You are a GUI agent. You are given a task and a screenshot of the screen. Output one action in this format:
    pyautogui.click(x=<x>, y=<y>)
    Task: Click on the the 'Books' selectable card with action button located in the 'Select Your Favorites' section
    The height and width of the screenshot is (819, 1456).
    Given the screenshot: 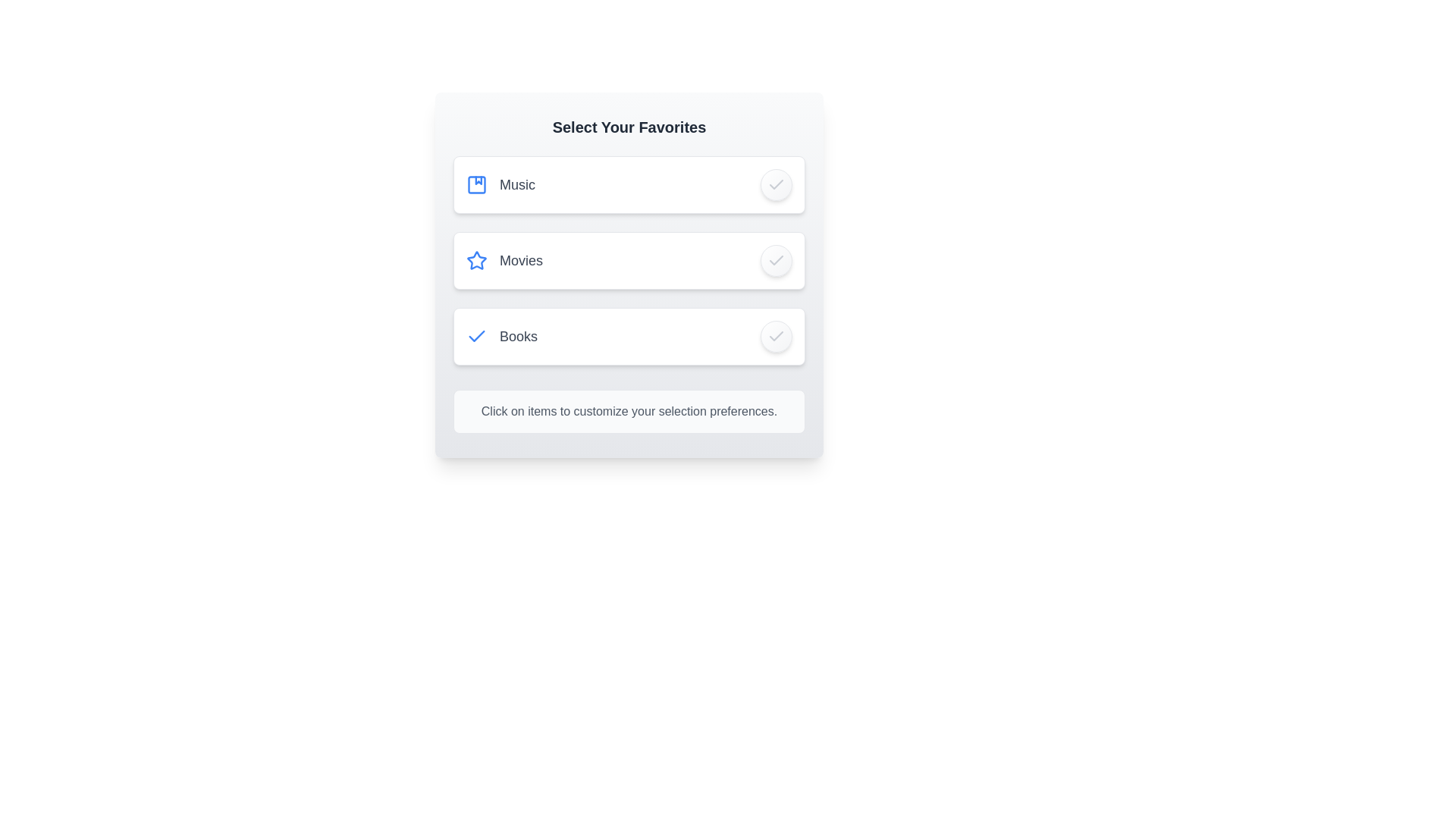 What is the action you would take?
    pyautogui.click(x=629, y=335)
    